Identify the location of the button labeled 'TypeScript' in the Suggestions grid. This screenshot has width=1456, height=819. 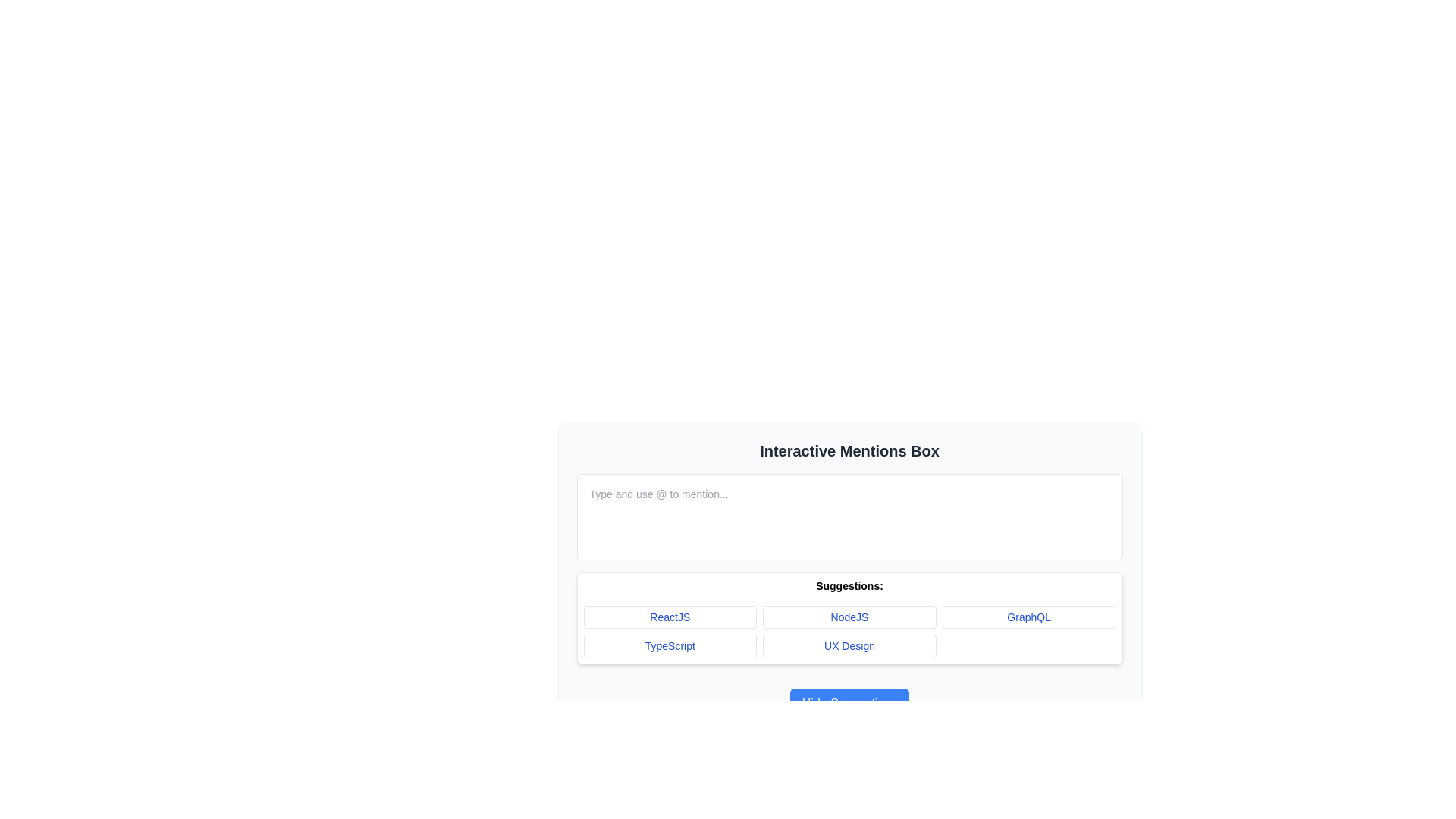
(669, 646).